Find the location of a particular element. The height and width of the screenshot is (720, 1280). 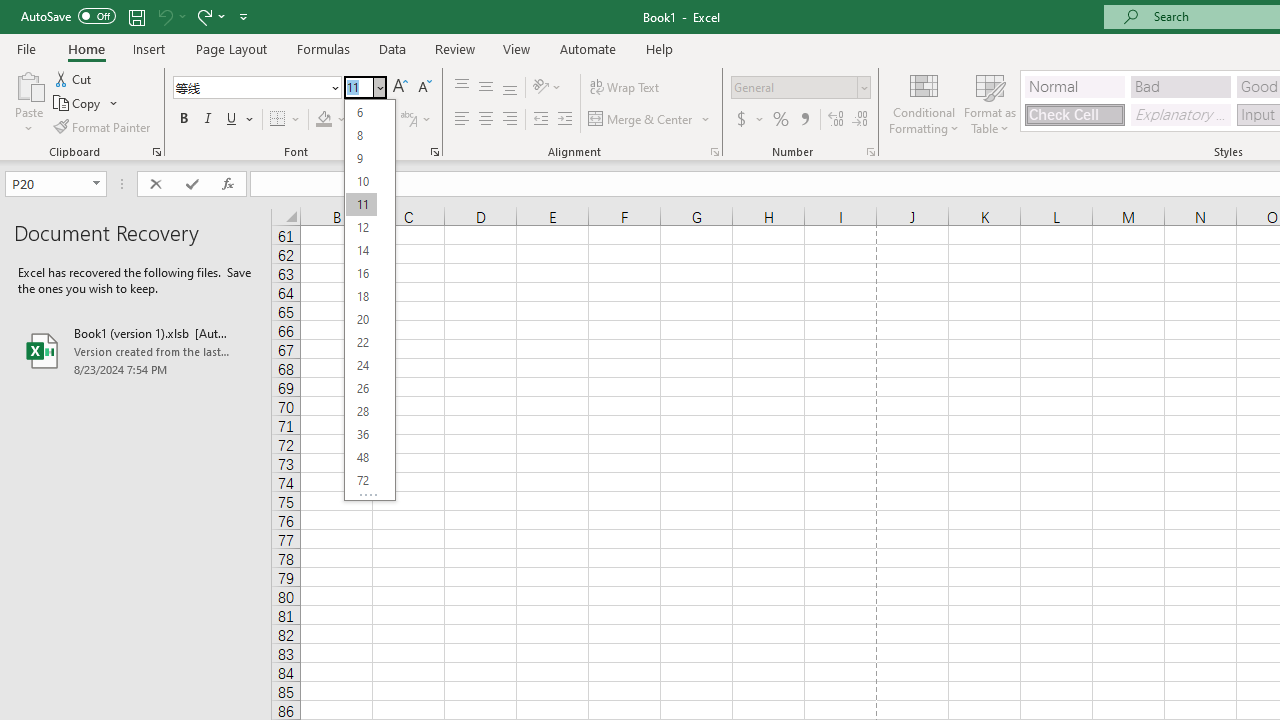

'Name Box' is located at coordinates (47, 183).